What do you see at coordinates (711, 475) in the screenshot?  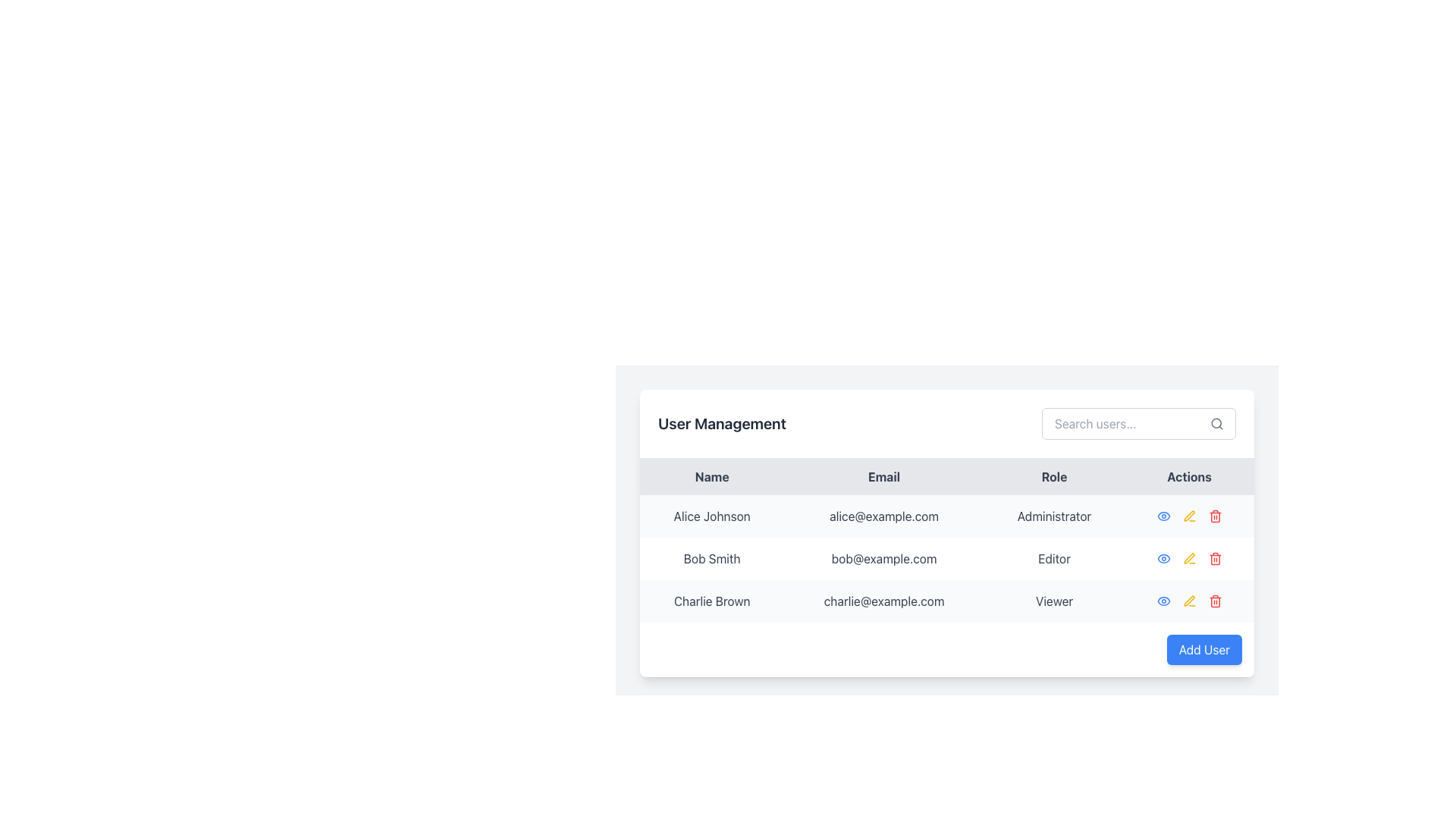 I see `the 'User Names' column header in the User Management table, which is the first column header located in the top-left section of the table` at bounding box center [711, 475].